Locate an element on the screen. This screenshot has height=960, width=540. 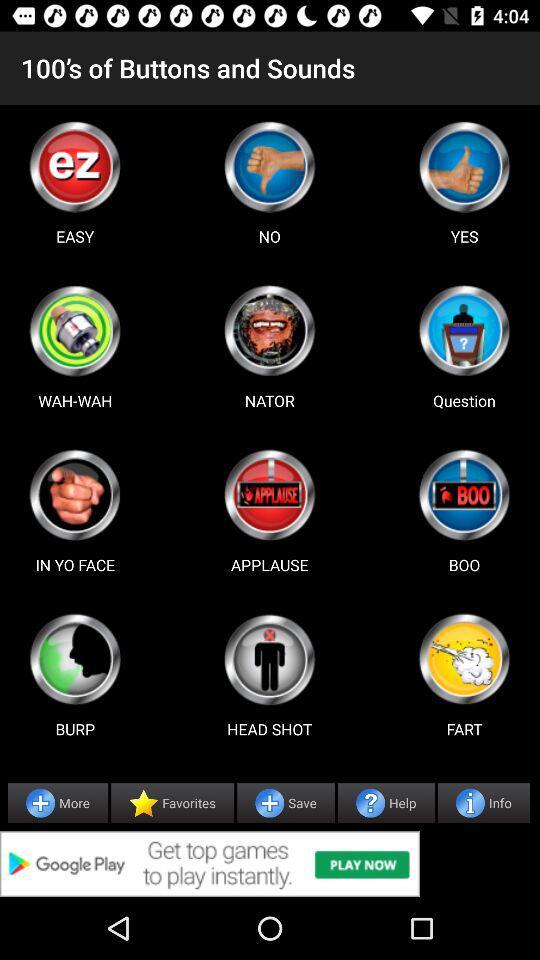
listen nator is located at coordinates (269, 330).